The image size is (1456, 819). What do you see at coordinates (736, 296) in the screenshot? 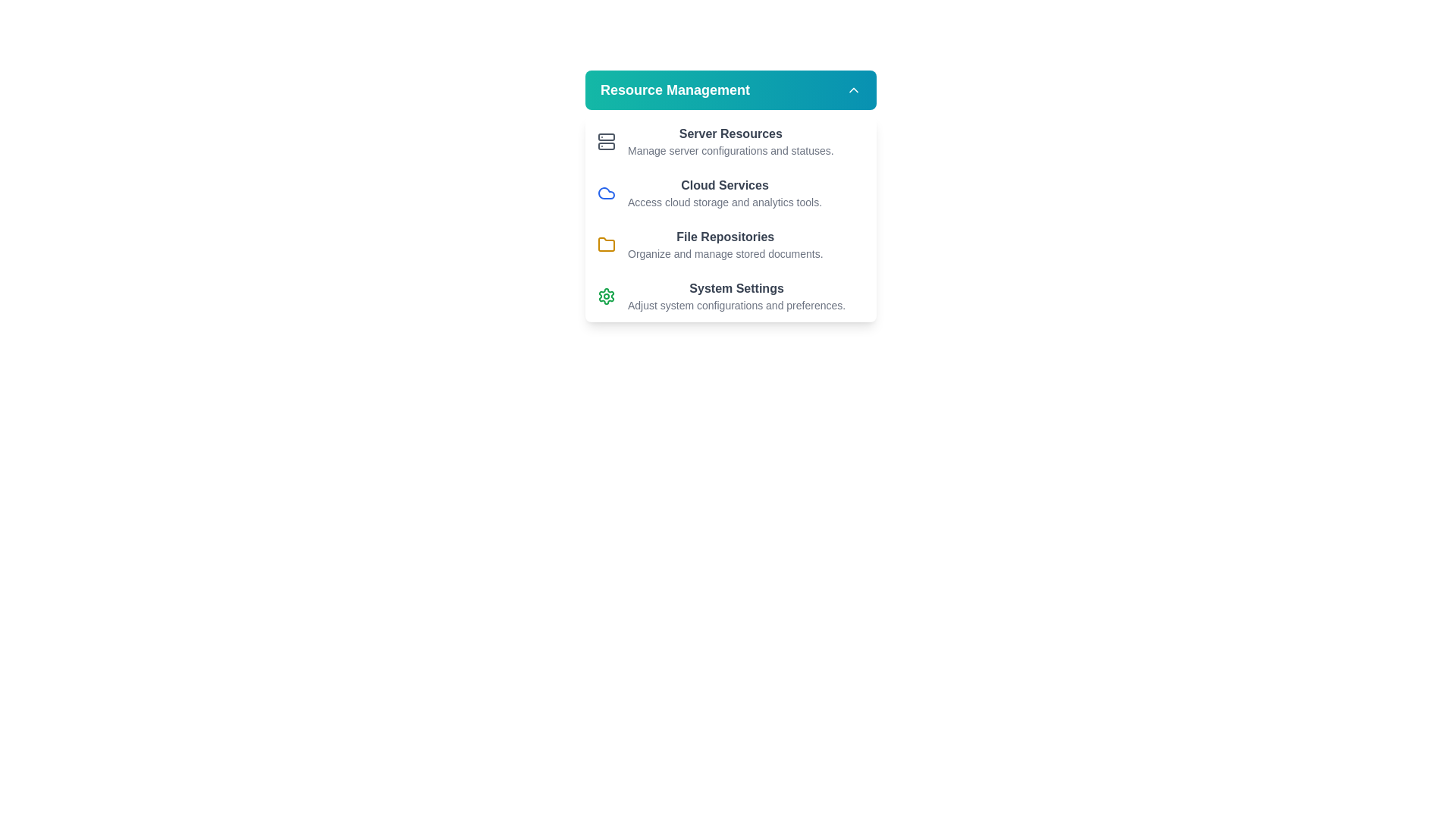
I see `the 'System Settings' text-based menu item in the 'Resource Management' section, which includes a bold title and a light gray subtitle, located below 'File Repositories'` at bounding box center [736, 296].